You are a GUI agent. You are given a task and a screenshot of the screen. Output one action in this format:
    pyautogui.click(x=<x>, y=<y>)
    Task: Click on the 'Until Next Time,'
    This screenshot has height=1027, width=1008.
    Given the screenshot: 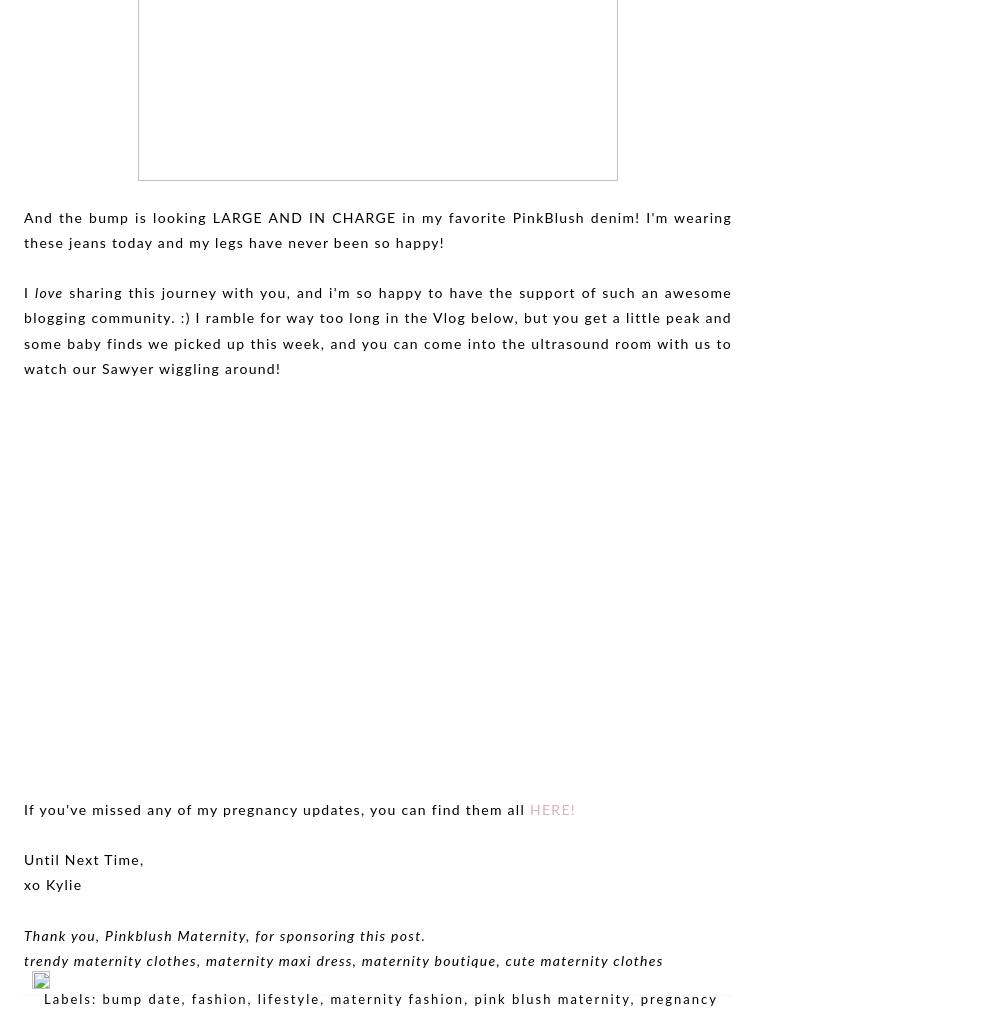 What is the action you would take?
    pyautogui.click(x=83, y=860)
    